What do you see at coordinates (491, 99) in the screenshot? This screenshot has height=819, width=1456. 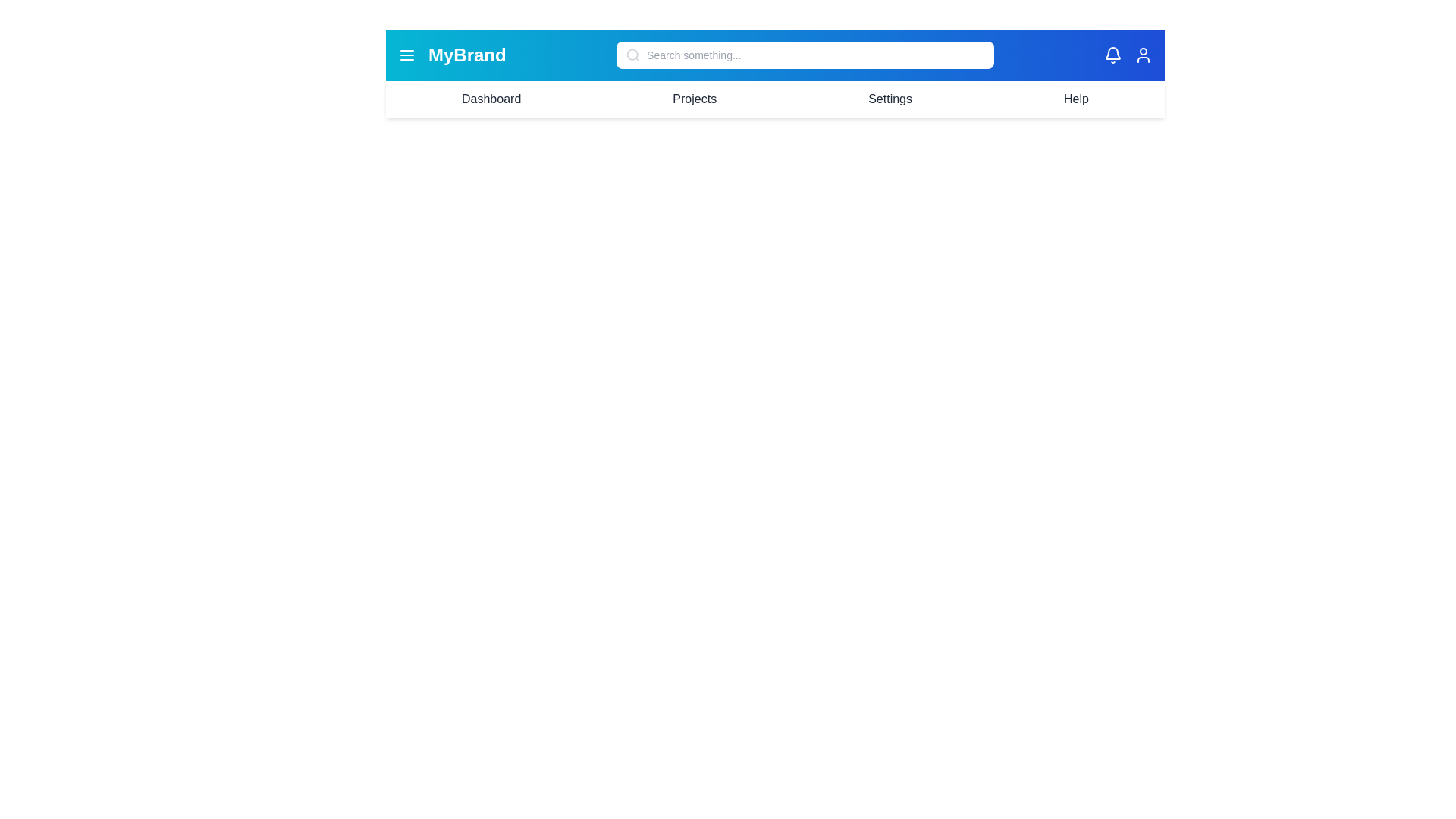 I see `the menu item Dashboard` at bounding box center [491, 99].